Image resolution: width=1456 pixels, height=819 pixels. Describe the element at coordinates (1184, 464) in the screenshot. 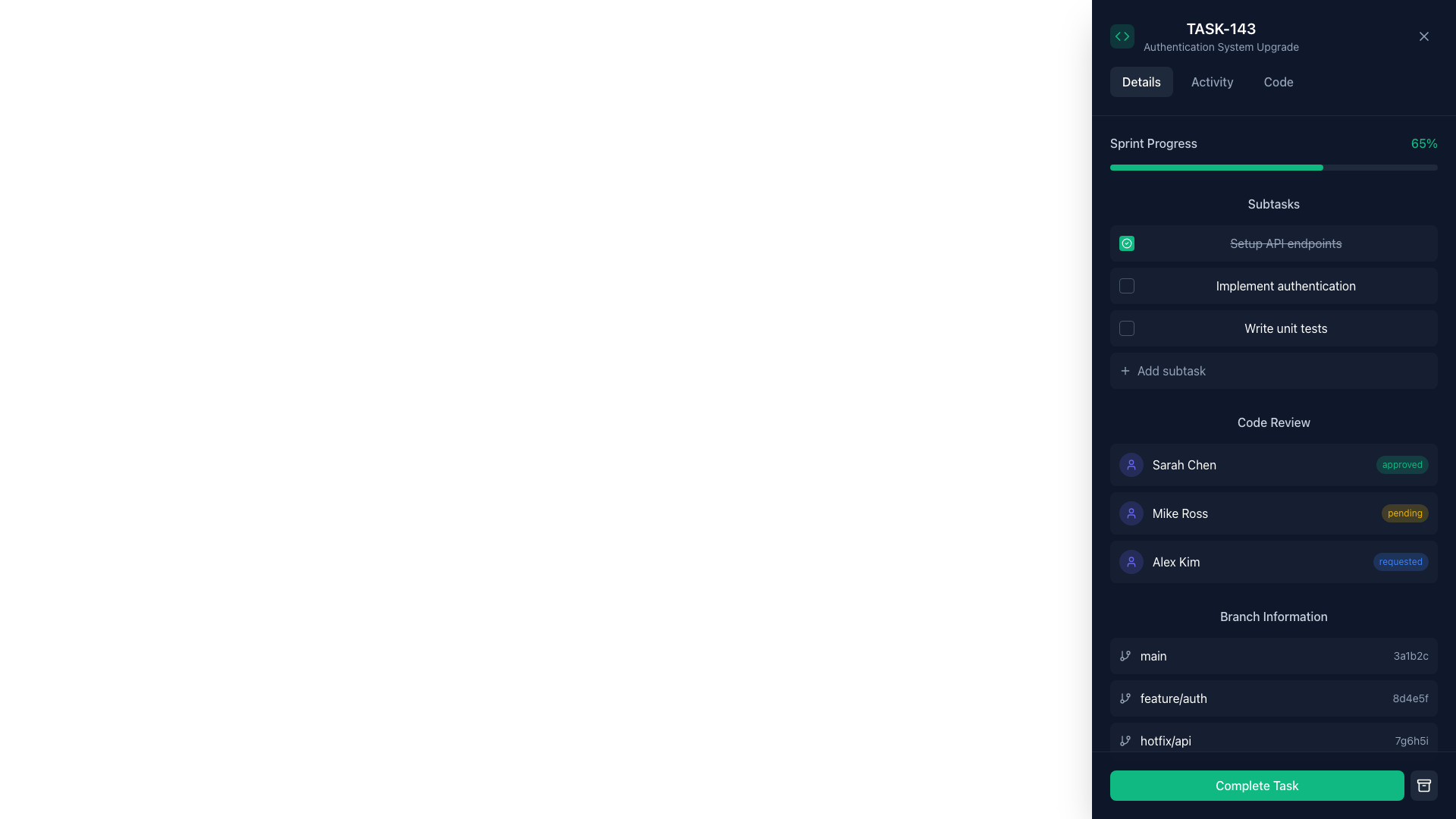

I see `the Text Label displaying 'Sarah Chen', which is the first name listed under the 'Code Review' section of the task management application` at that location.